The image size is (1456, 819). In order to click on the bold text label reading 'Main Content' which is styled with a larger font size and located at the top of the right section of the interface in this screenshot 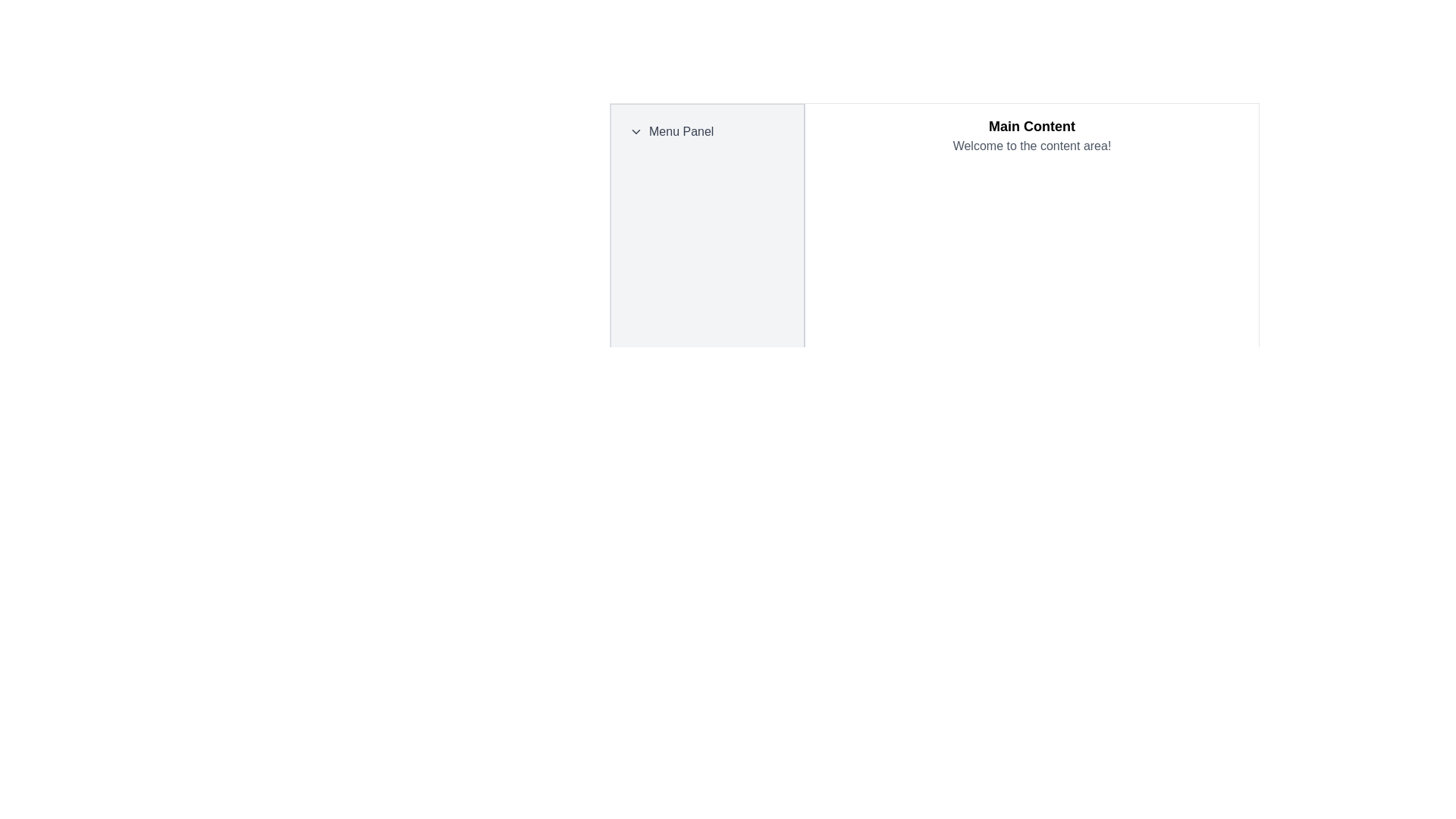, I will do `click(1031, 125)`.